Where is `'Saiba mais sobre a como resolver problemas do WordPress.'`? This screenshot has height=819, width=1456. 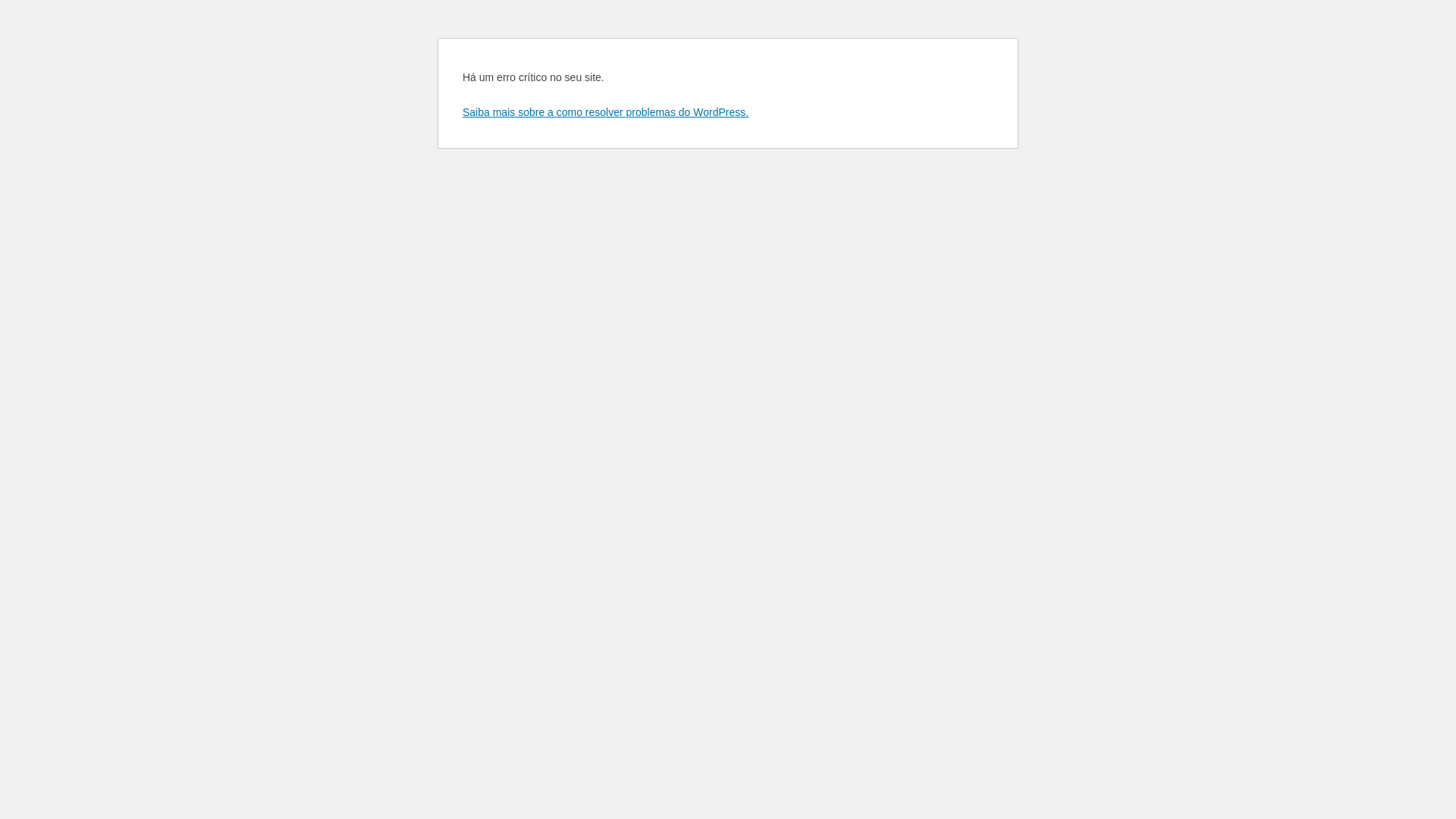
'Saiba mais sobre a como resolver problemas do WordPress.' is located at coordinates (604, 111).